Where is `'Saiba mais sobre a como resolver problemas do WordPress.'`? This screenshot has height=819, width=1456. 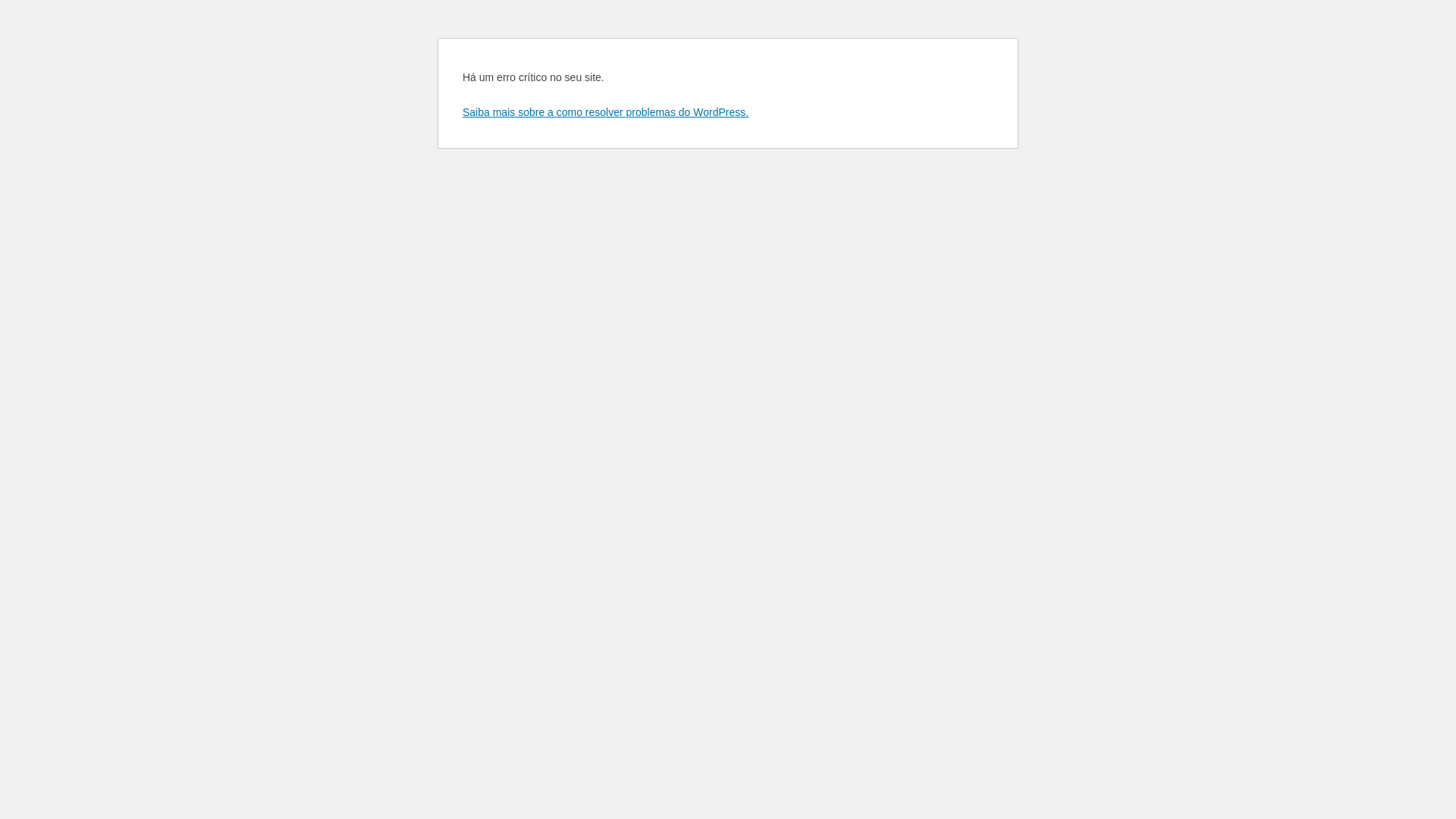
'Saiba mais sobre a como resolver problemas do WordPress.' is located at coordinates (604, 111).